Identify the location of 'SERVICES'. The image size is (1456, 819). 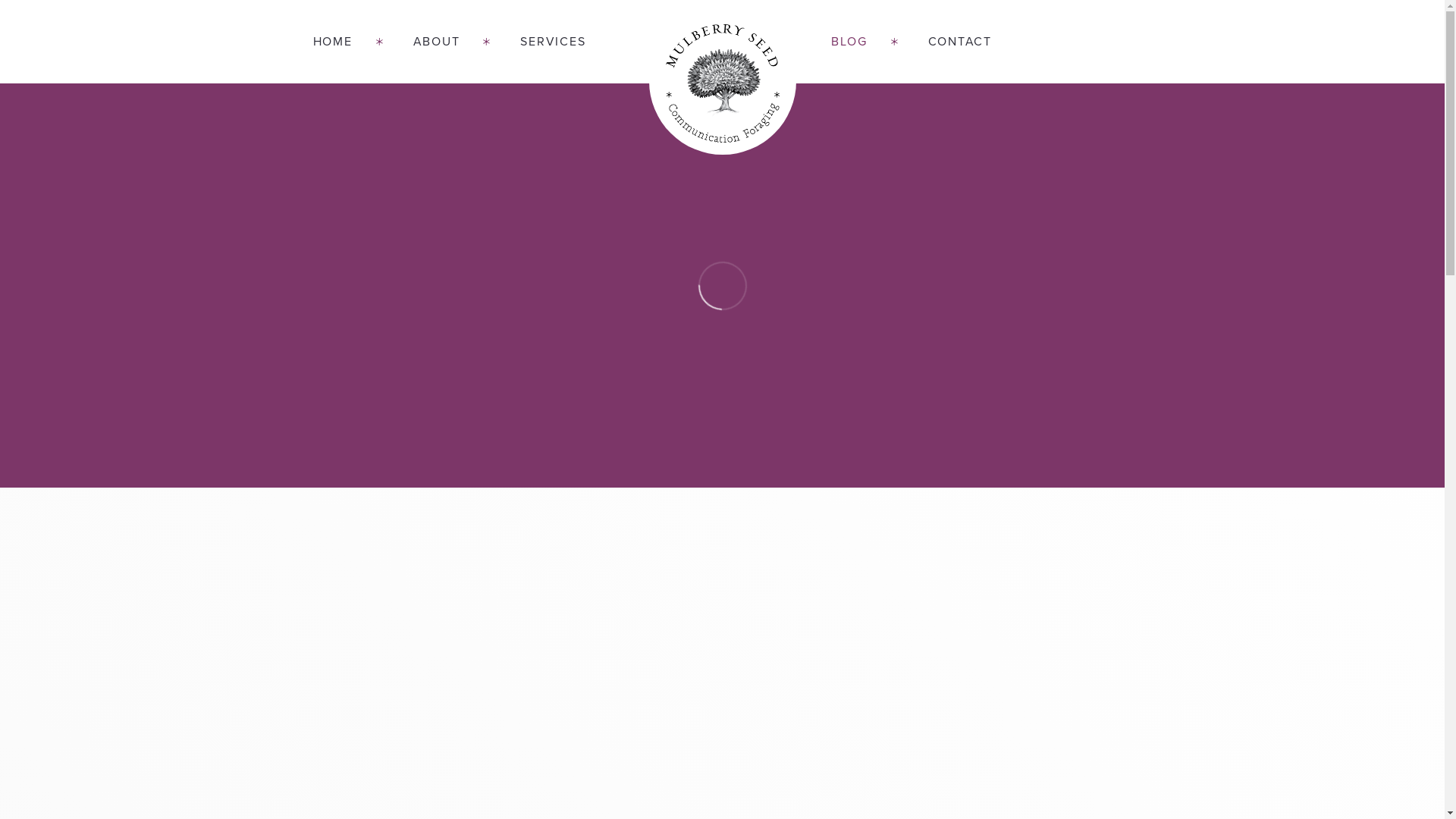
(538, 40).